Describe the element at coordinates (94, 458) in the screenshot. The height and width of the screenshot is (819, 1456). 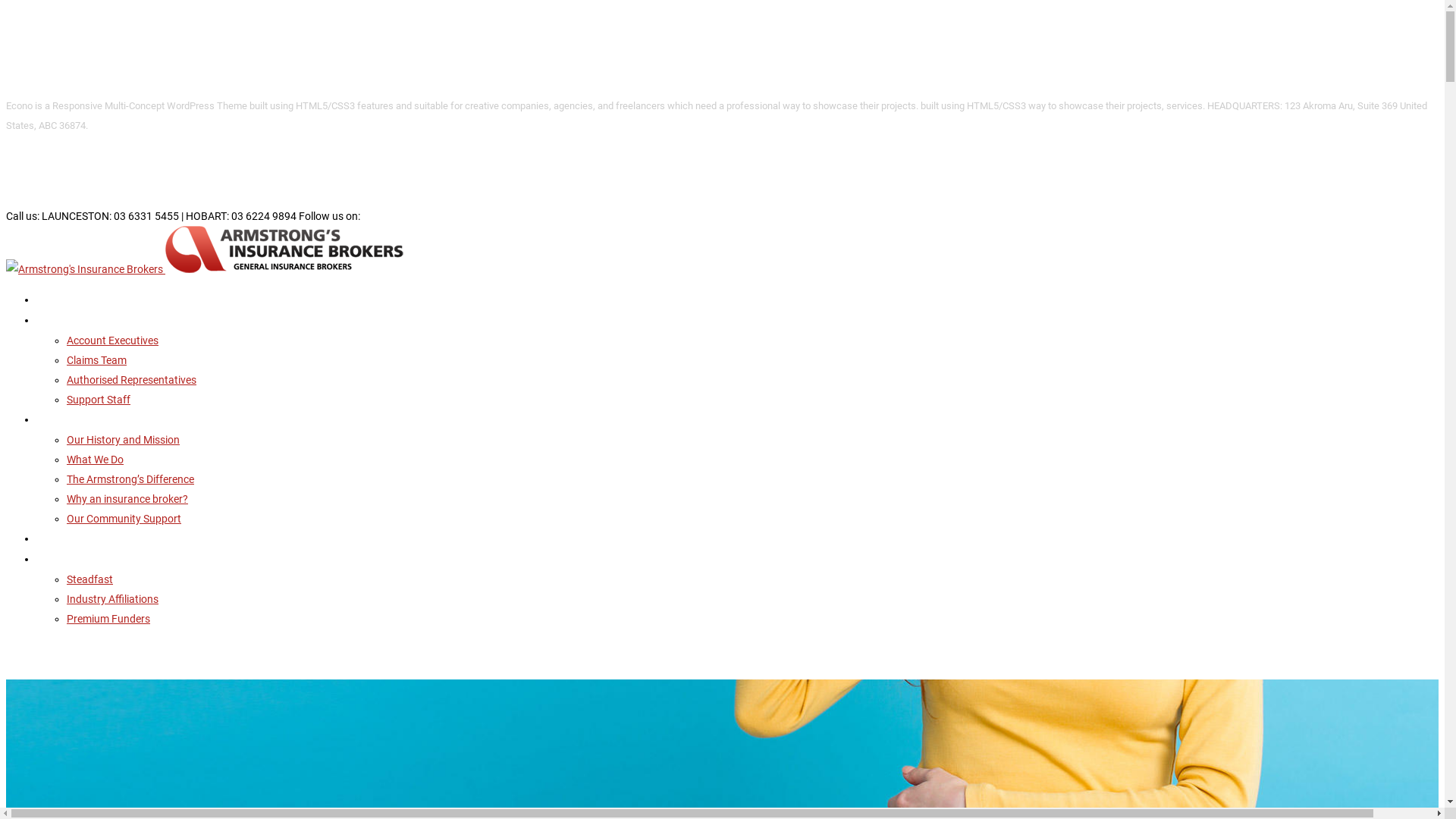
I see `'What We Do'` at that location.